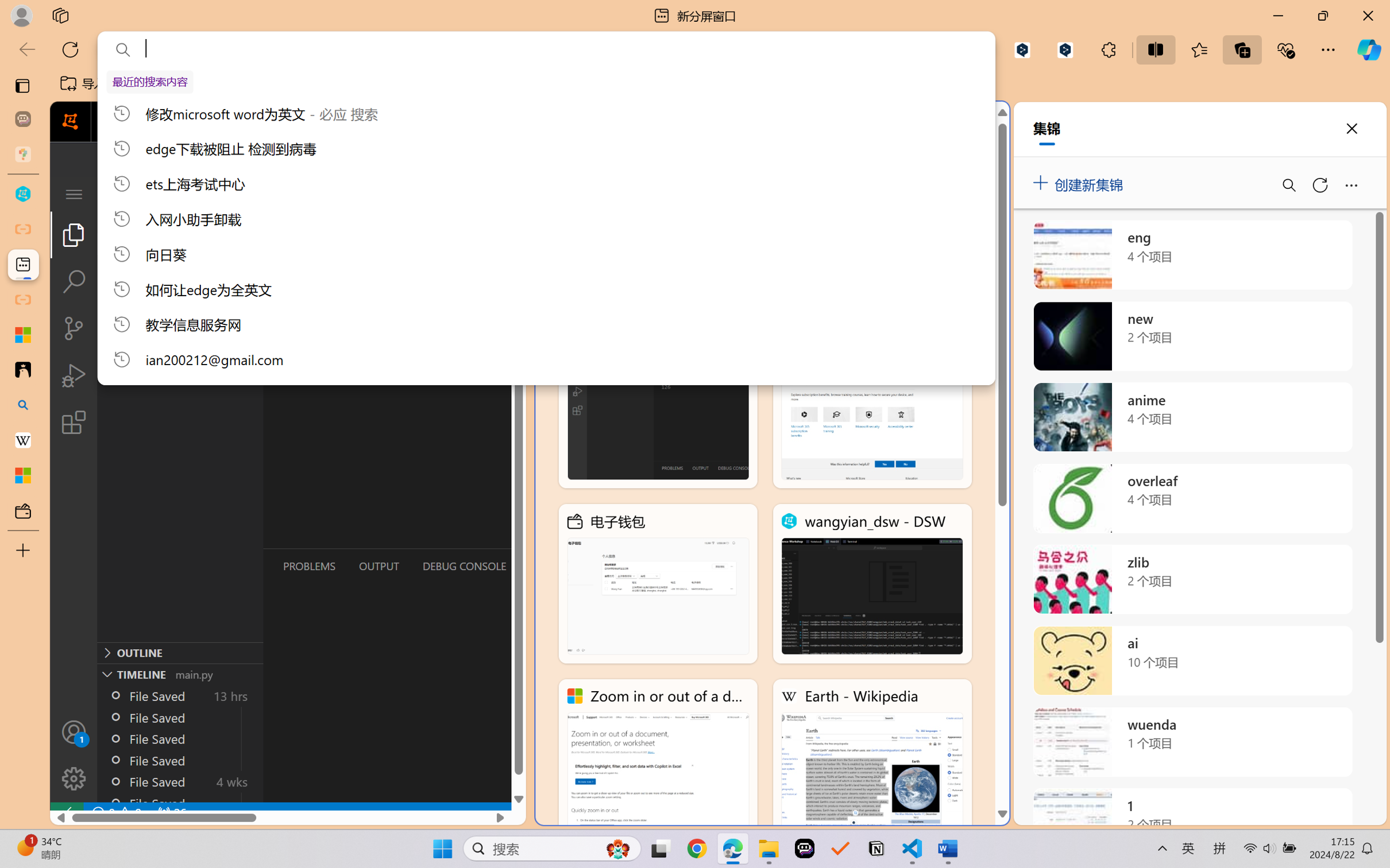 The width and height of the screenshot is (1390, 868). What do you see at coordinates (73, 193) in the screenshot?
I see `'Class: menubar compact overflow-menu-only'` at bounding box center [73, 193].